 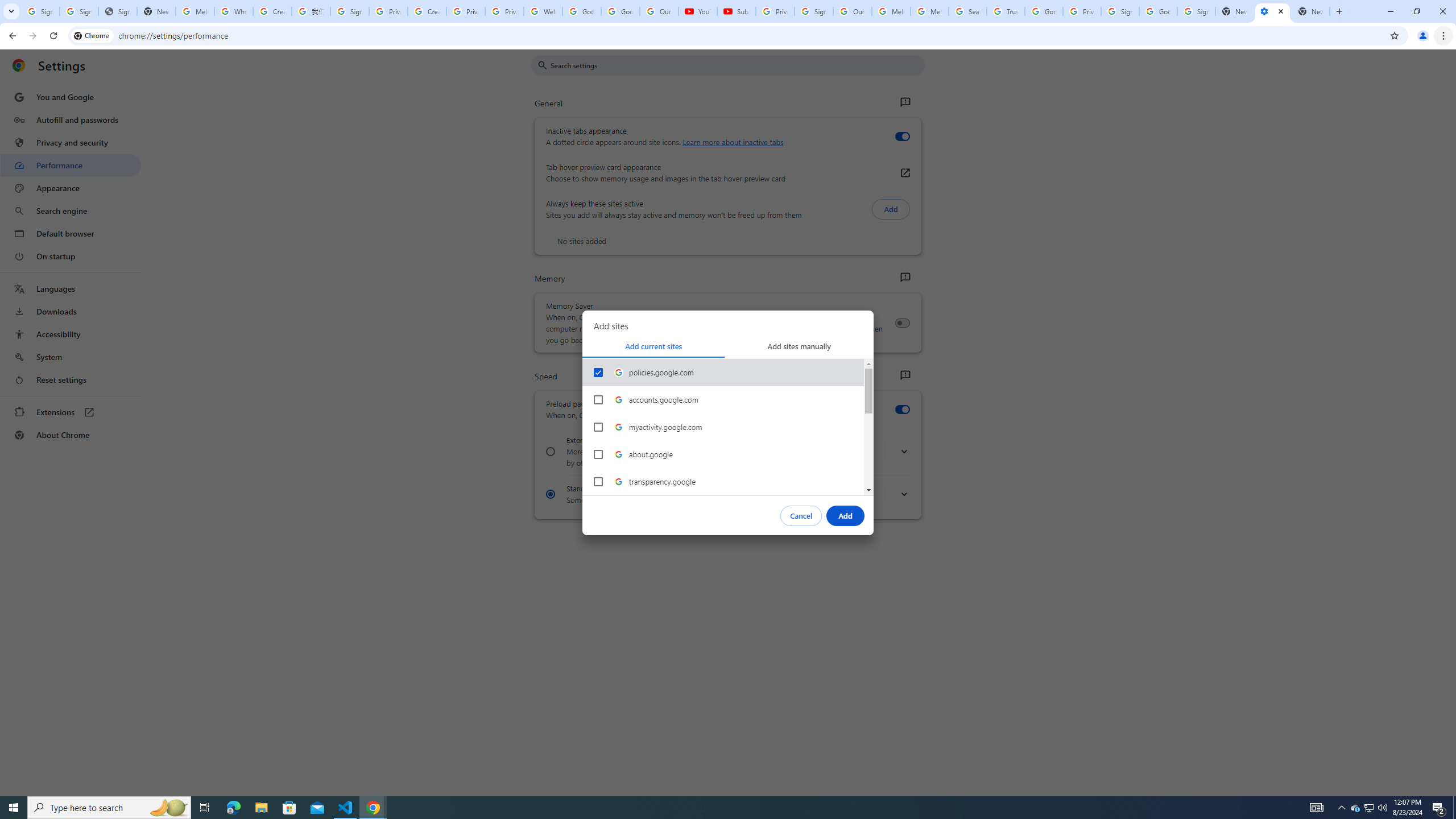 What do you see at coordinates (1310, 11) in the screenshot?
I see `'New Tab'` at bounding box center [1310, 11].